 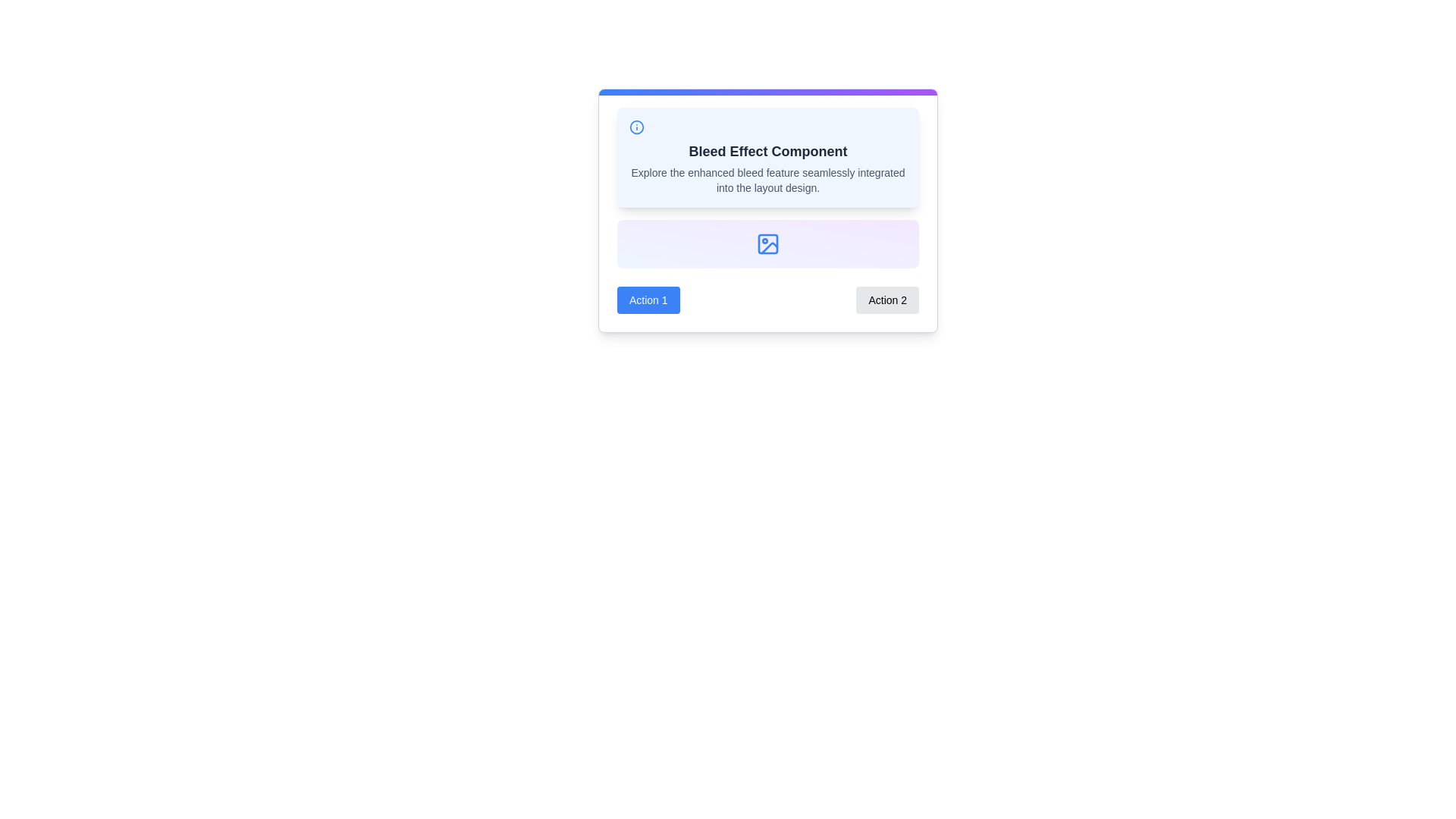 What do you see at coordinates (648, 300) in the screenshot?
I see `the button located at the bottom-left corner of the card` at bounding box center [648, 300].